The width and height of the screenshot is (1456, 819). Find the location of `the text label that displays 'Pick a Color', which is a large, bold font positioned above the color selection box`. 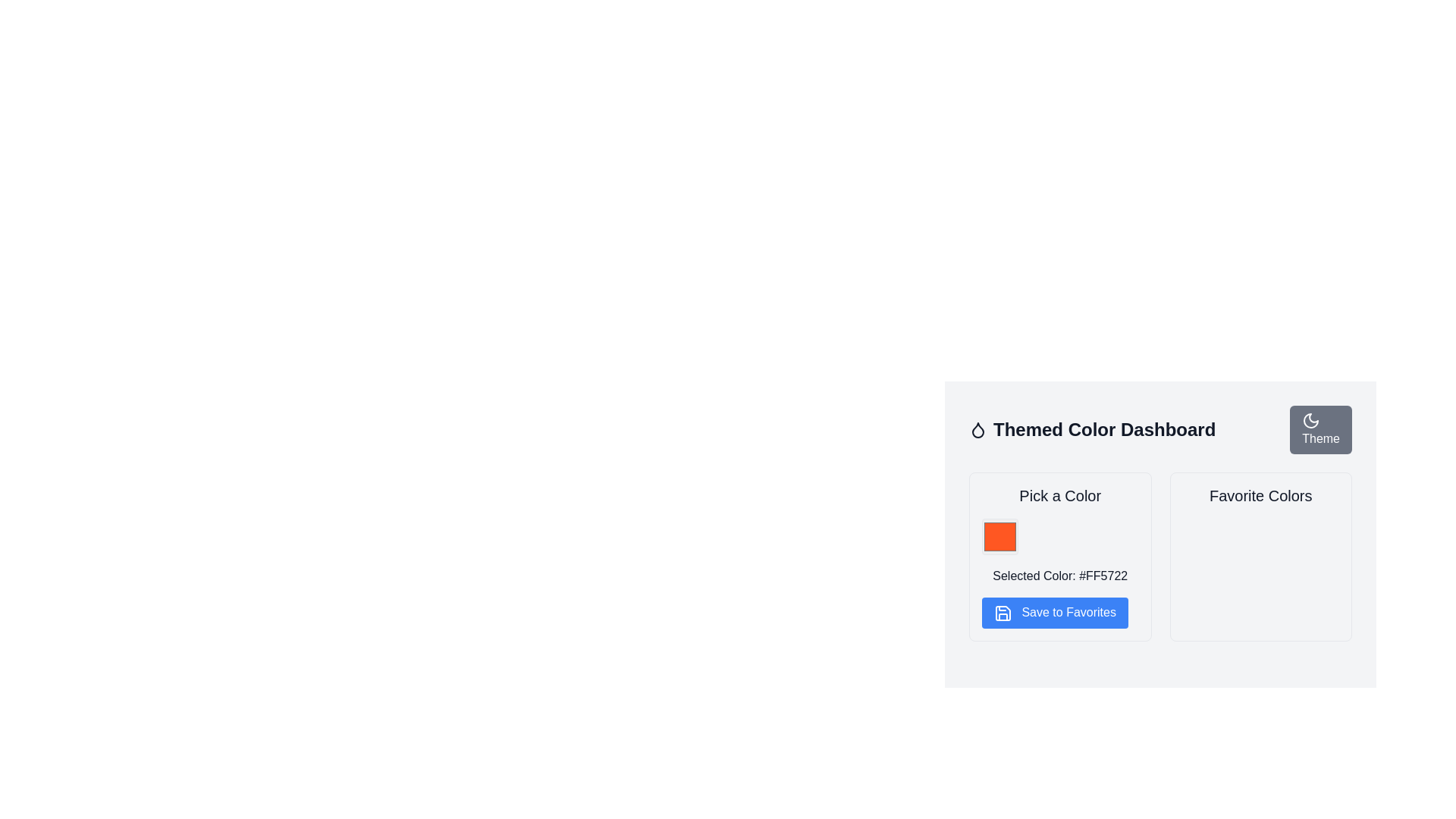

the text label that displays 'Pick a Color', which is a large, bold font positioned above the color selection box is located at coordinates (1059, 496).